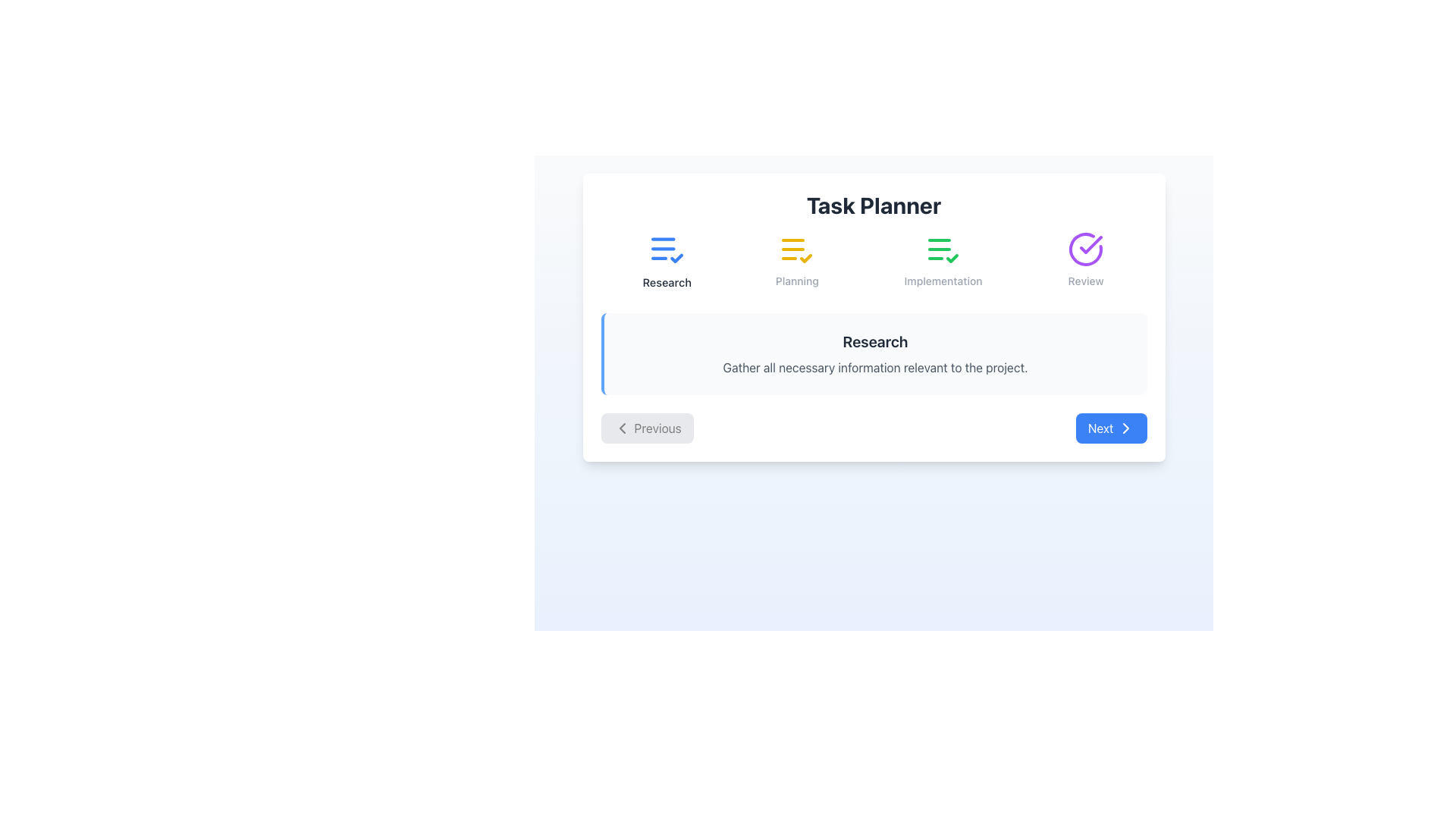  Describe the element at coordinates (796, 281) in the screenshot. I see `the 'Planning' text label, which is located beneath the yellow task icon in the task planner interface, specifically the second task in a horizontal sequence of four tasks` at that location.